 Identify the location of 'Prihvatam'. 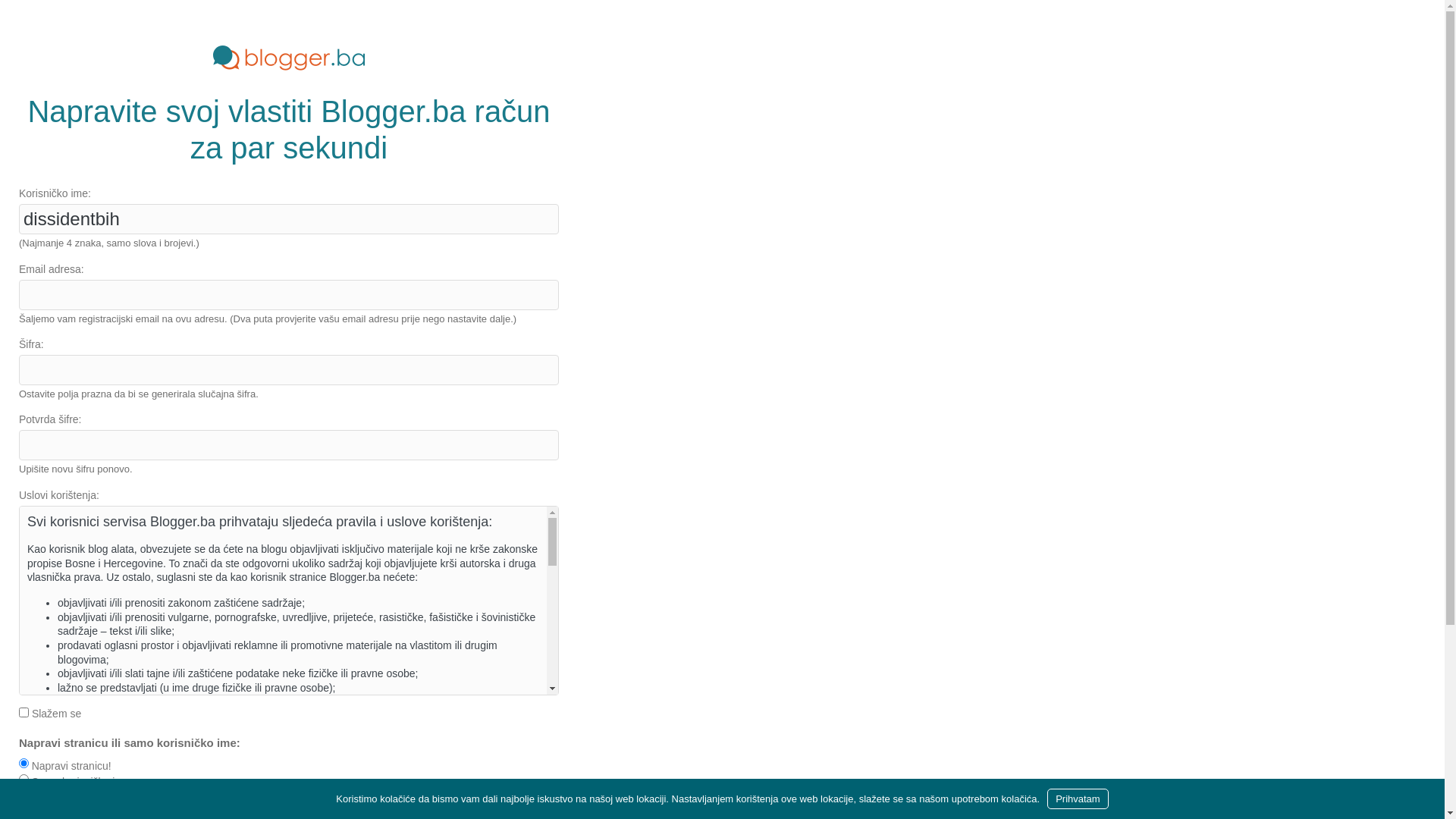
(1046, 798).